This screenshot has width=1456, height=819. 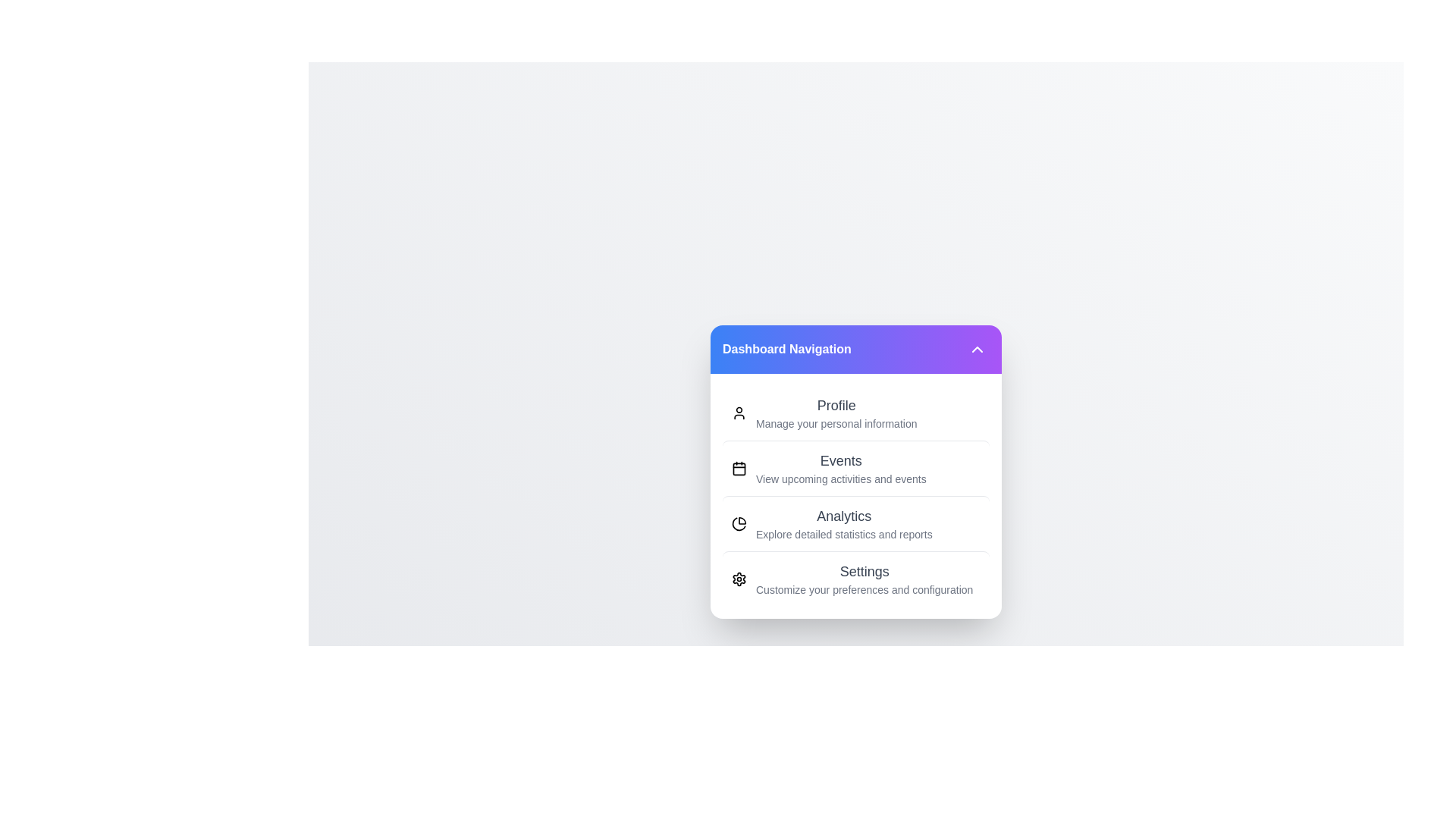 I want to click on the menu item labeled 'Events' to preview its hover state, so click(x=855, y=467).